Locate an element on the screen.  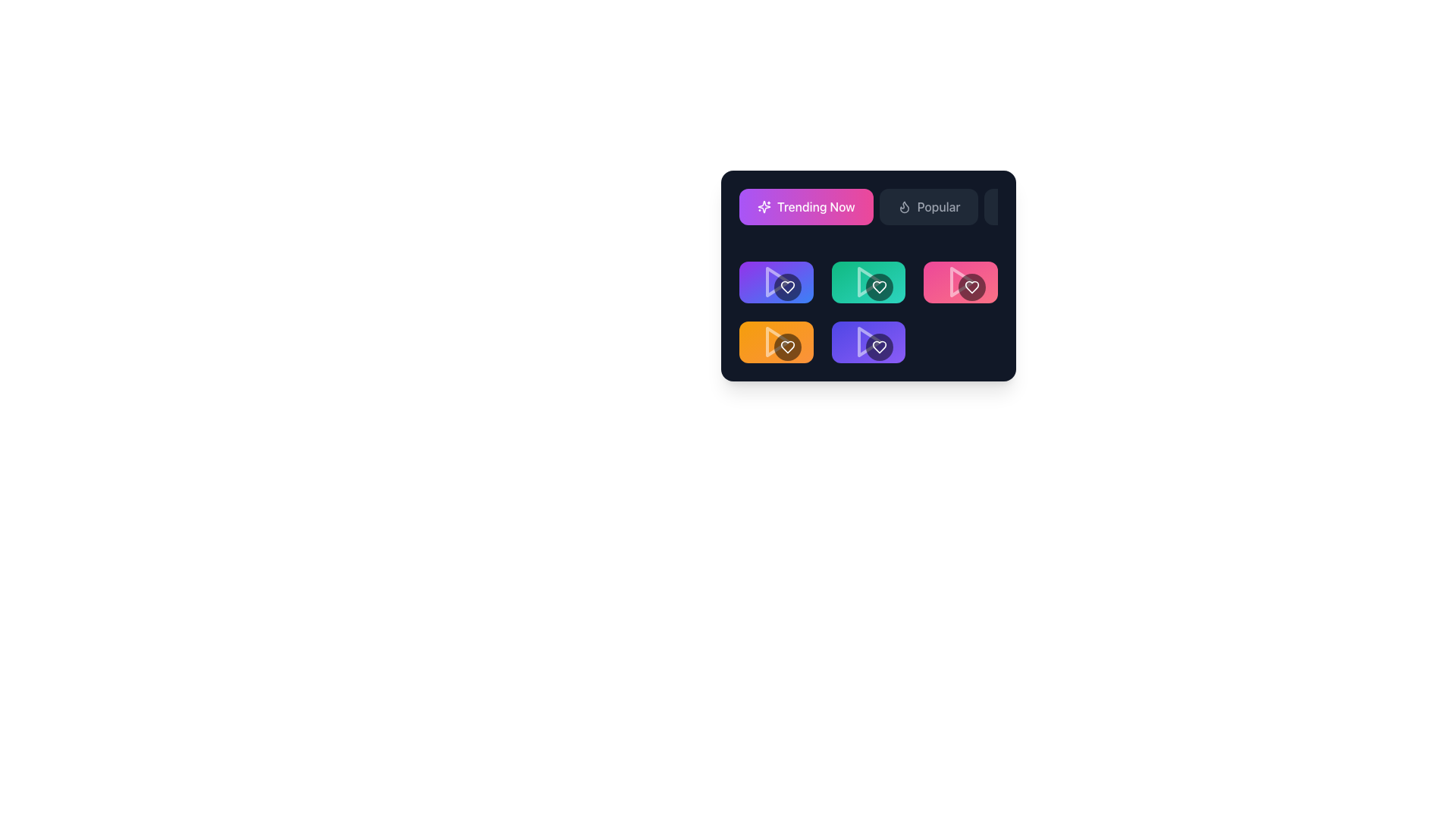
the Interactive Button with a greenish background featuring a play icon and a heart icon, located in the second row of a grid layout below the top bar with 'Trending Now' and 'Popular' options is located at coordinates (868, 275).